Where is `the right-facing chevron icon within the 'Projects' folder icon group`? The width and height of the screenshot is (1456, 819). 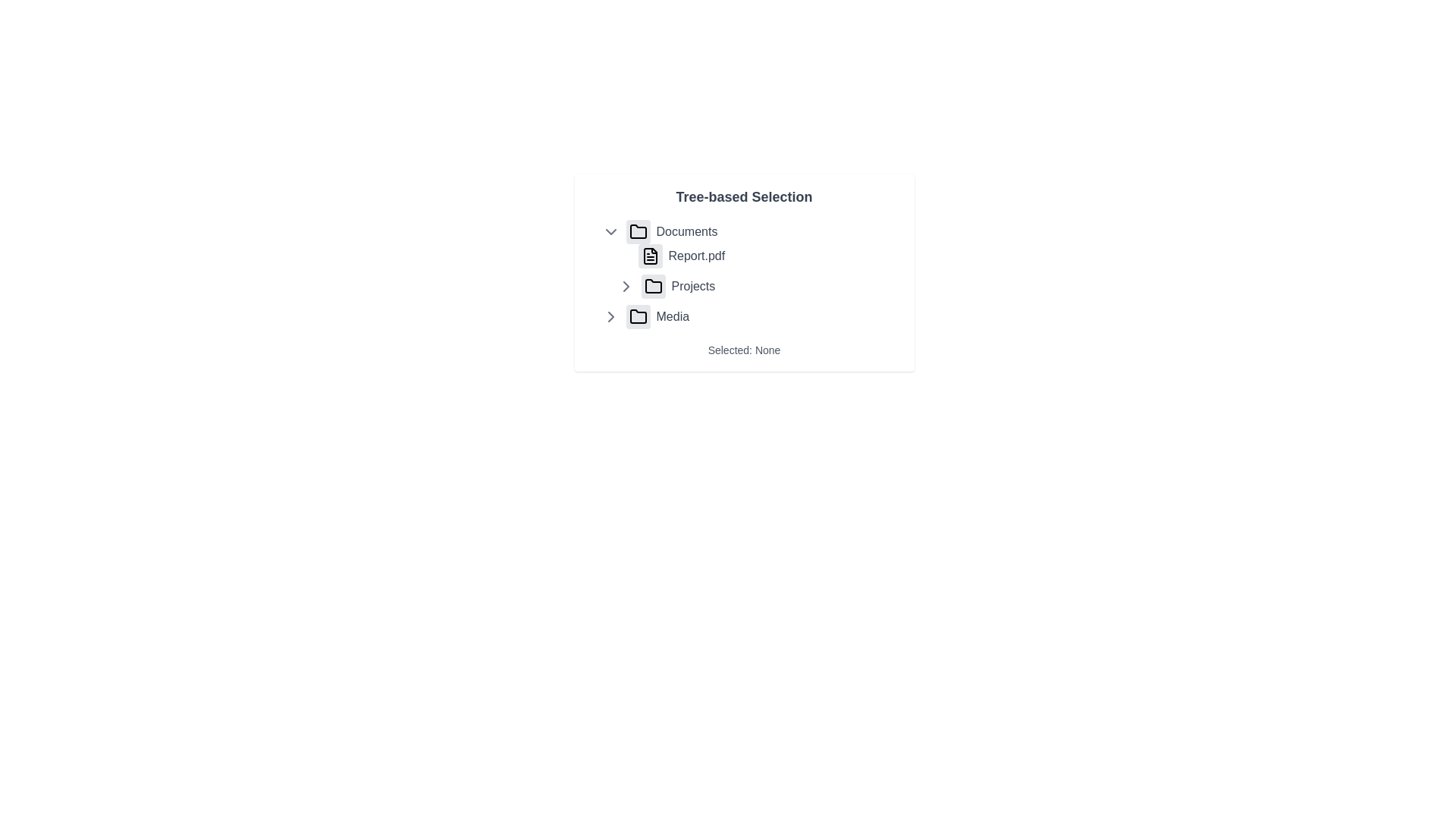 the right-facing chevron icon within the 'Projects' folder icon group is located at coordinates (626, 287).